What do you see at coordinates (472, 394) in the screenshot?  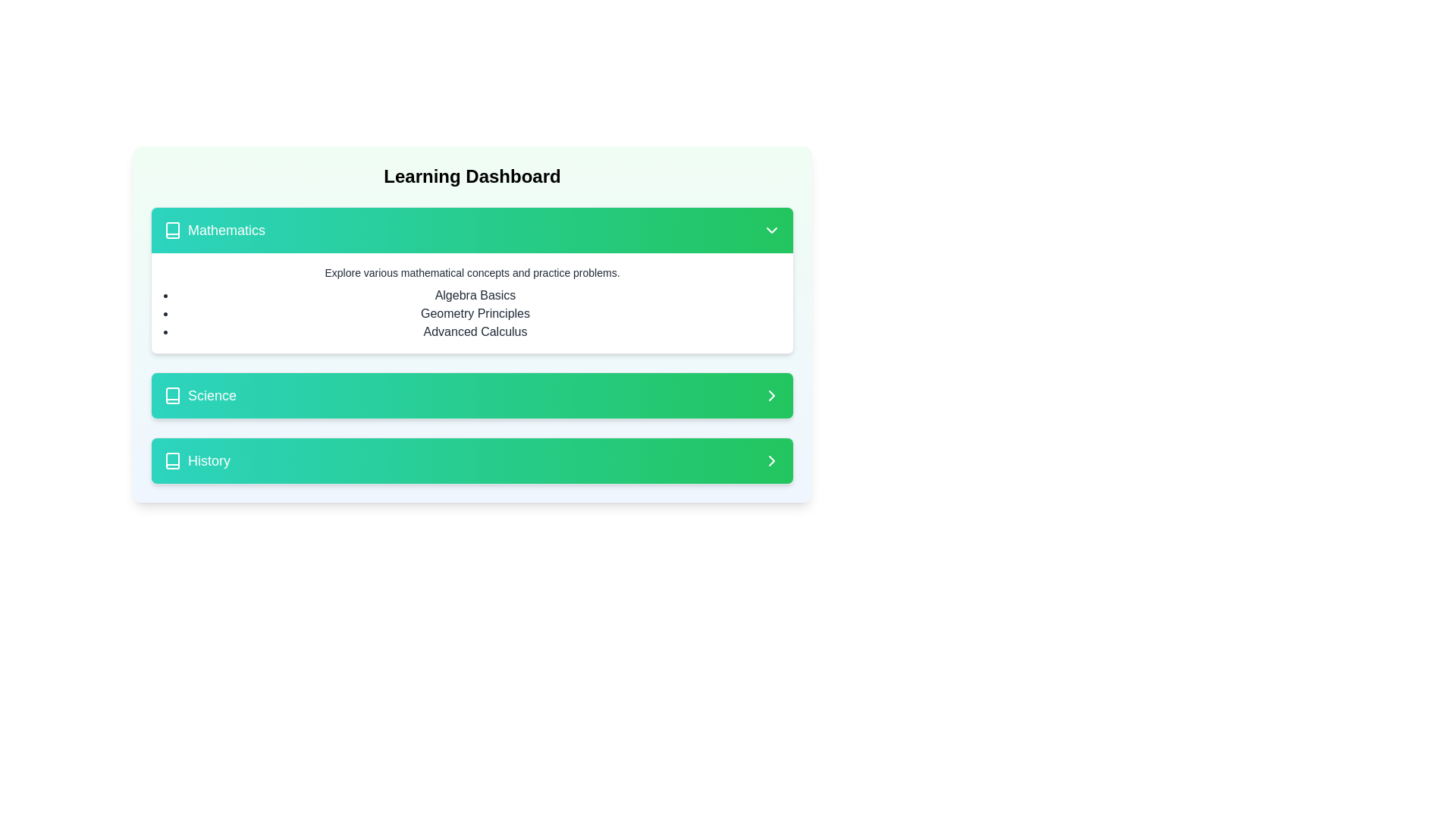 I see `the 'Science' category button located in the vertical list of sections, positioned between 'Mathematics' above and 'History' below` at bounding box center [472, 394].